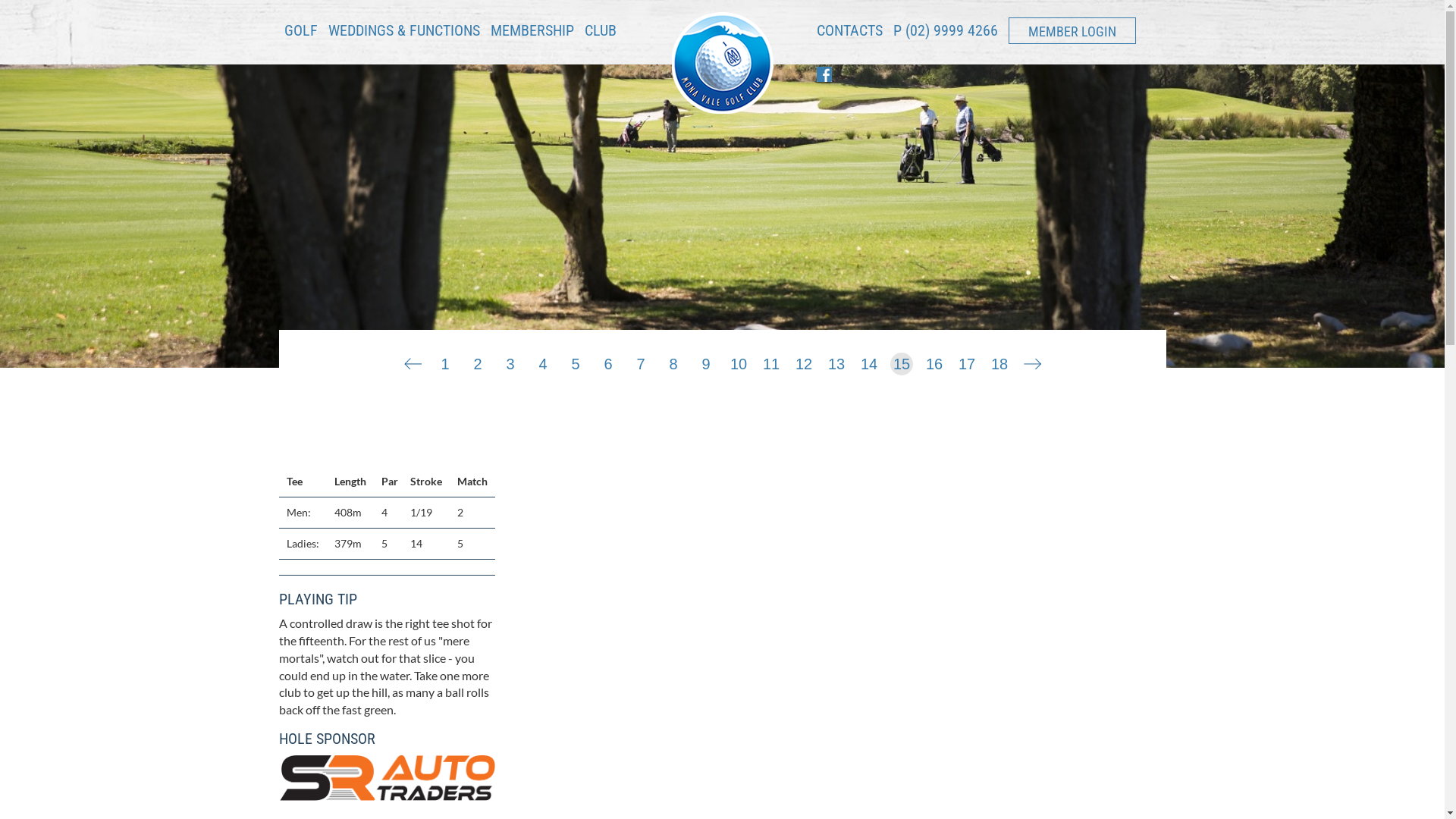  What do you see at coordinates (705, 360) in the screenshot?
I see `'9'` at bounding box center [705, 360].